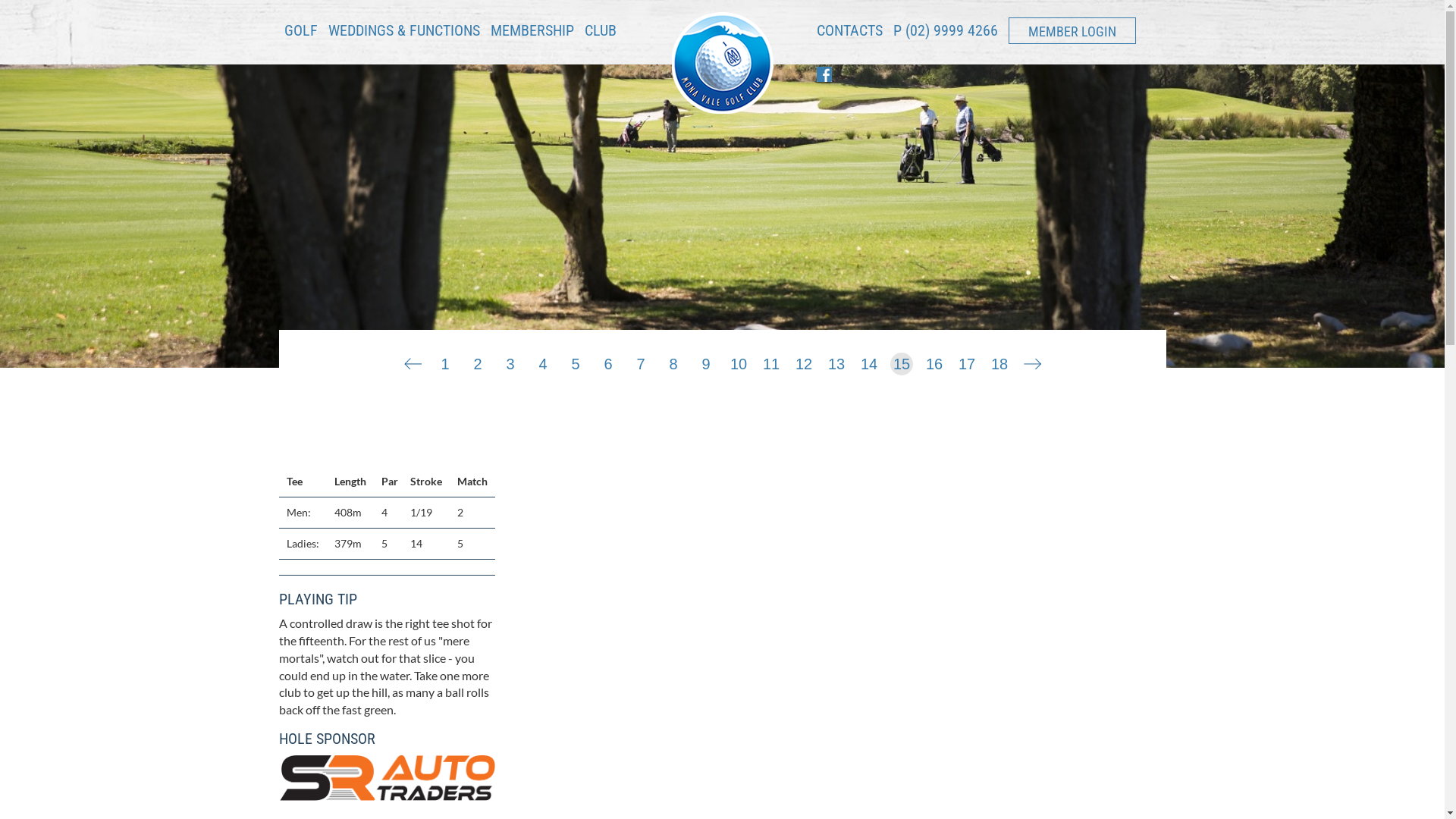  What do you see at coordinates (705, 360) in the screenshot?
I see `'9'` at bounding box center [705, 360].